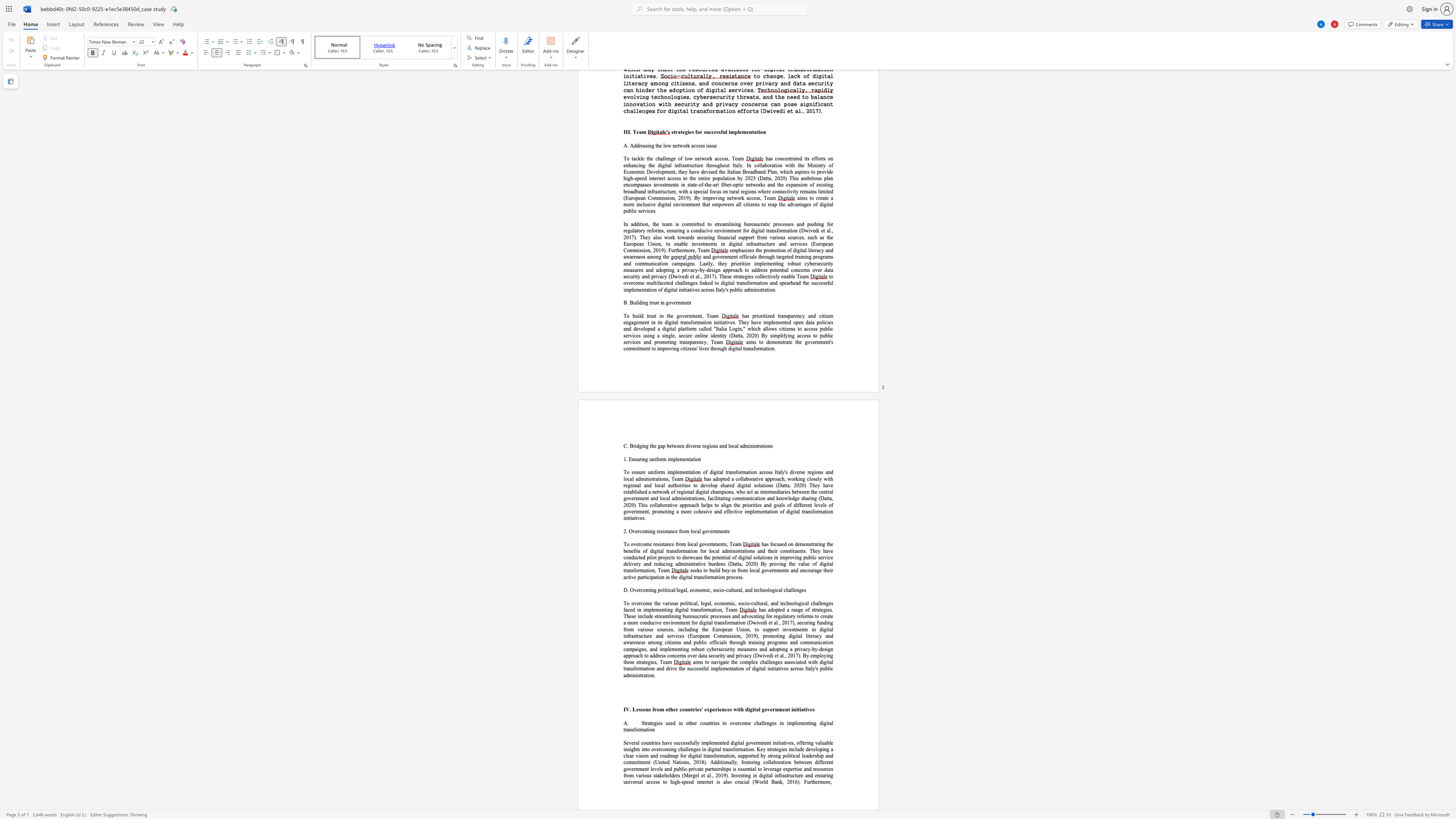 Image resolution: width=1456 pixels, height=819 pixels. Describe the element at coordinates (626, 755) in the screenshot. I see `the subset text "lea" within the text "a clear vision"` at that location.